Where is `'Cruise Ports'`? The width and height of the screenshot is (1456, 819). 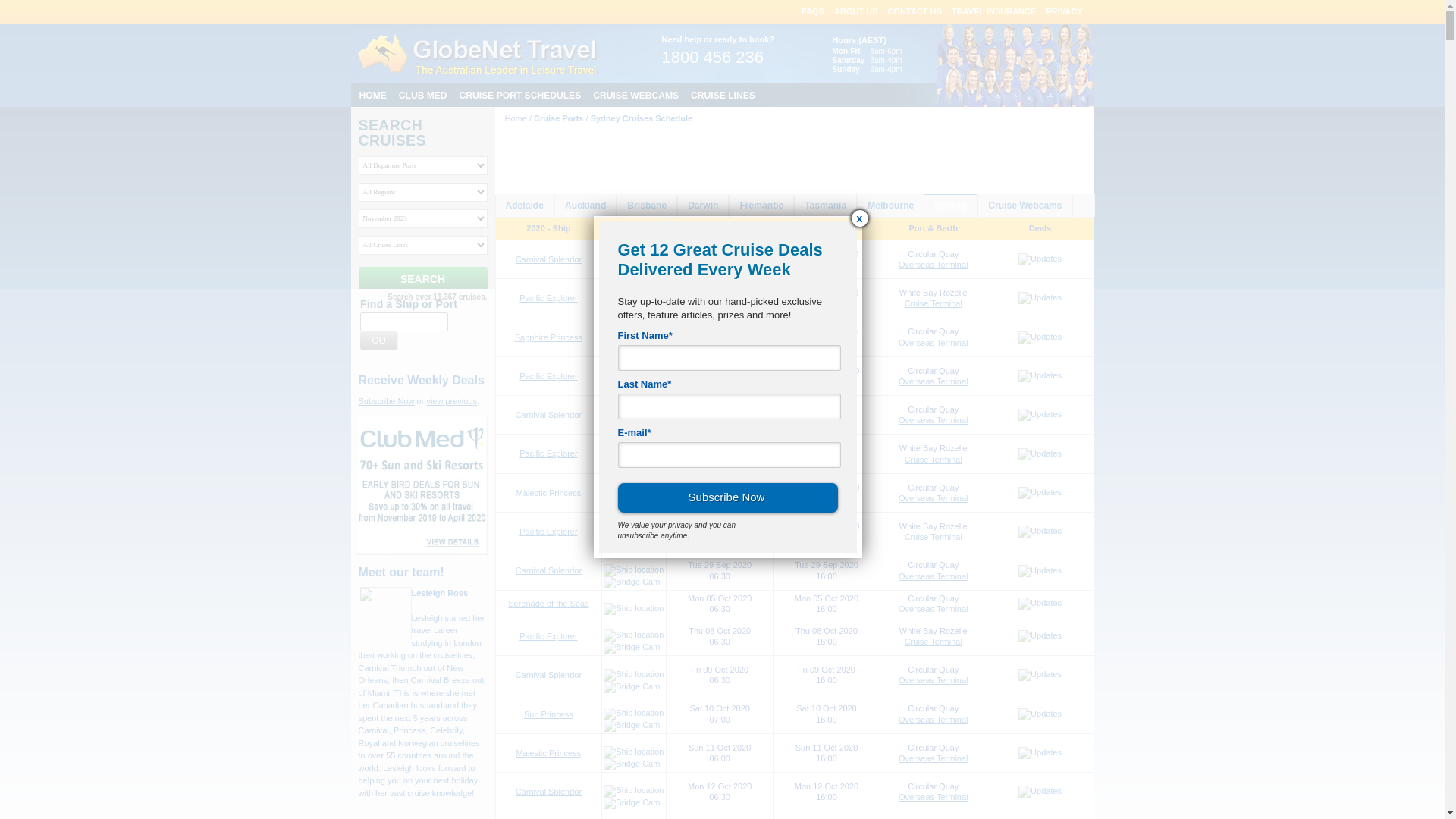
'Cruise Ports' is located at coordinates (557, 117).